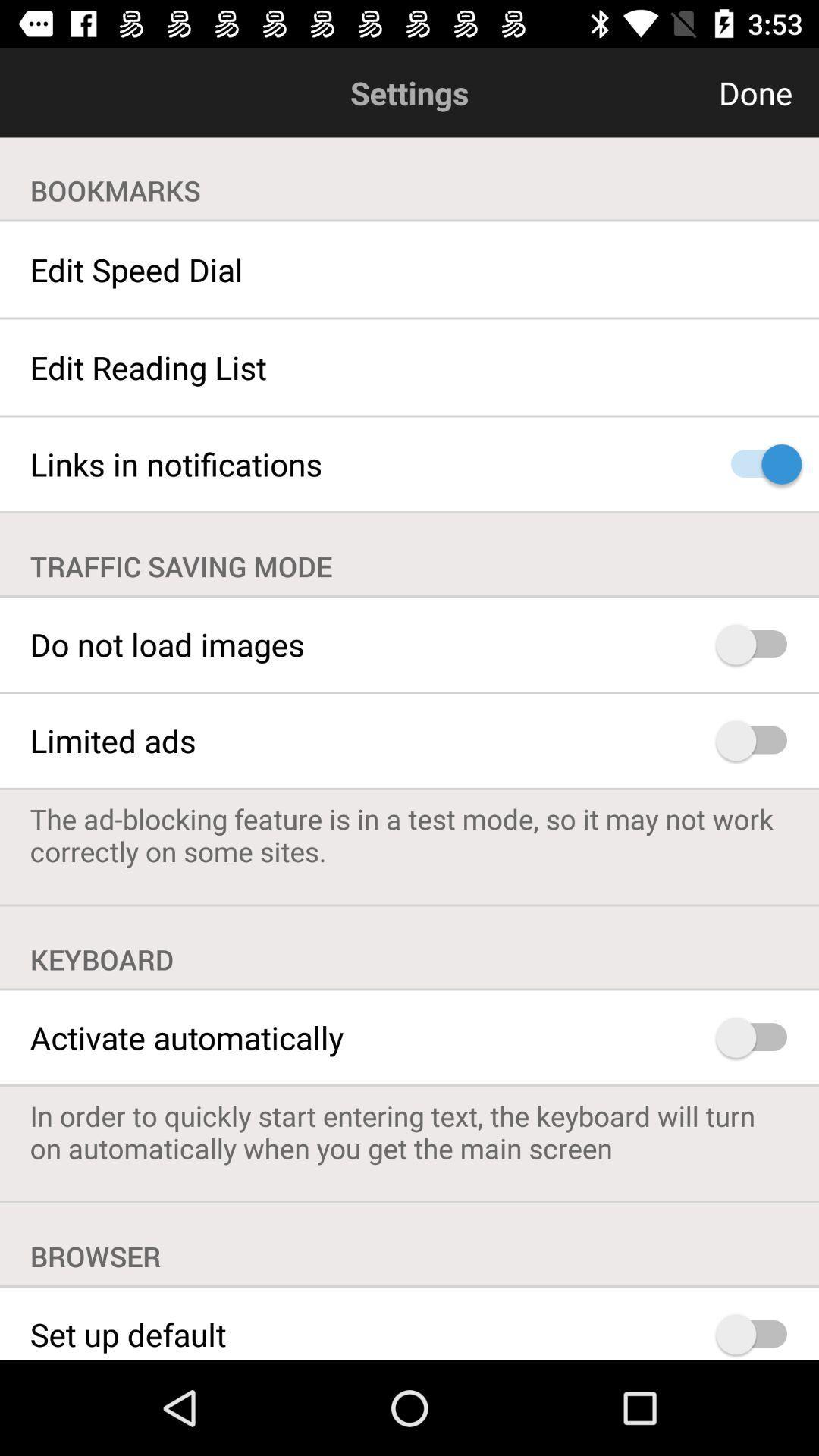 This screenshot has height=1456, width=819. I want to click on set up default, so click(758, 1333).